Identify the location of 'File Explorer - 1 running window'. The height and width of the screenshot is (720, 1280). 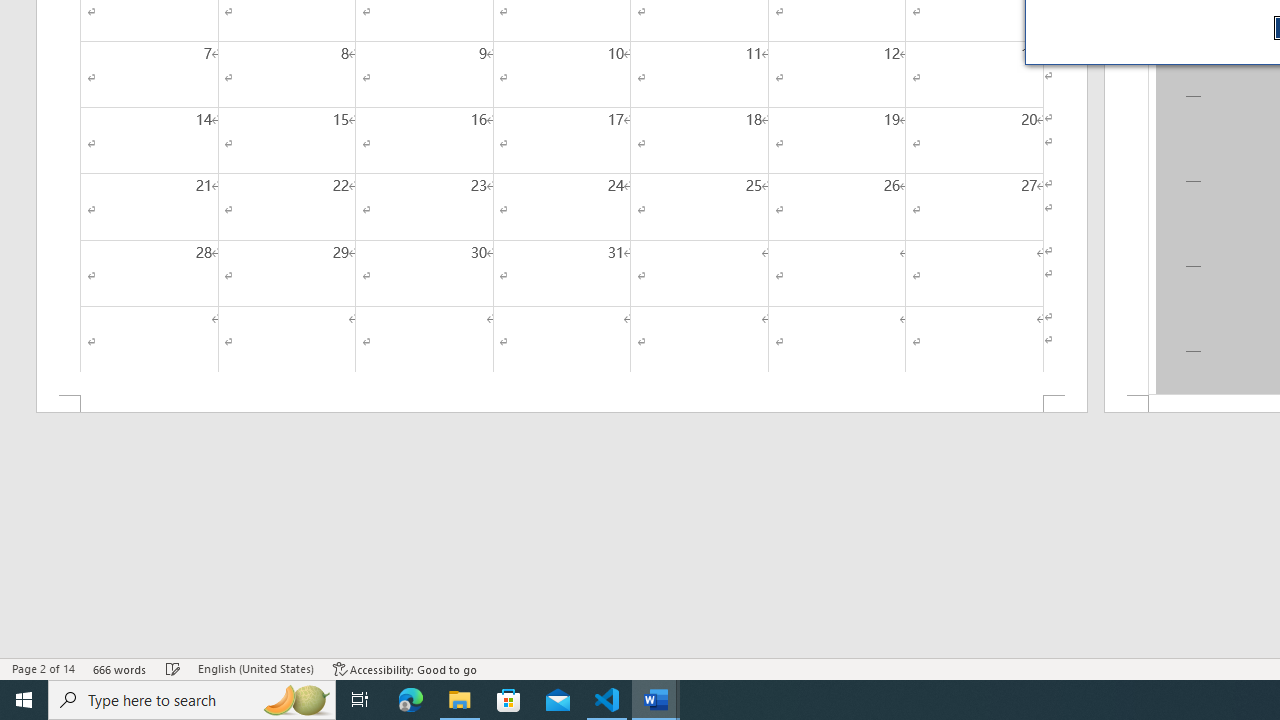
(459, 698).